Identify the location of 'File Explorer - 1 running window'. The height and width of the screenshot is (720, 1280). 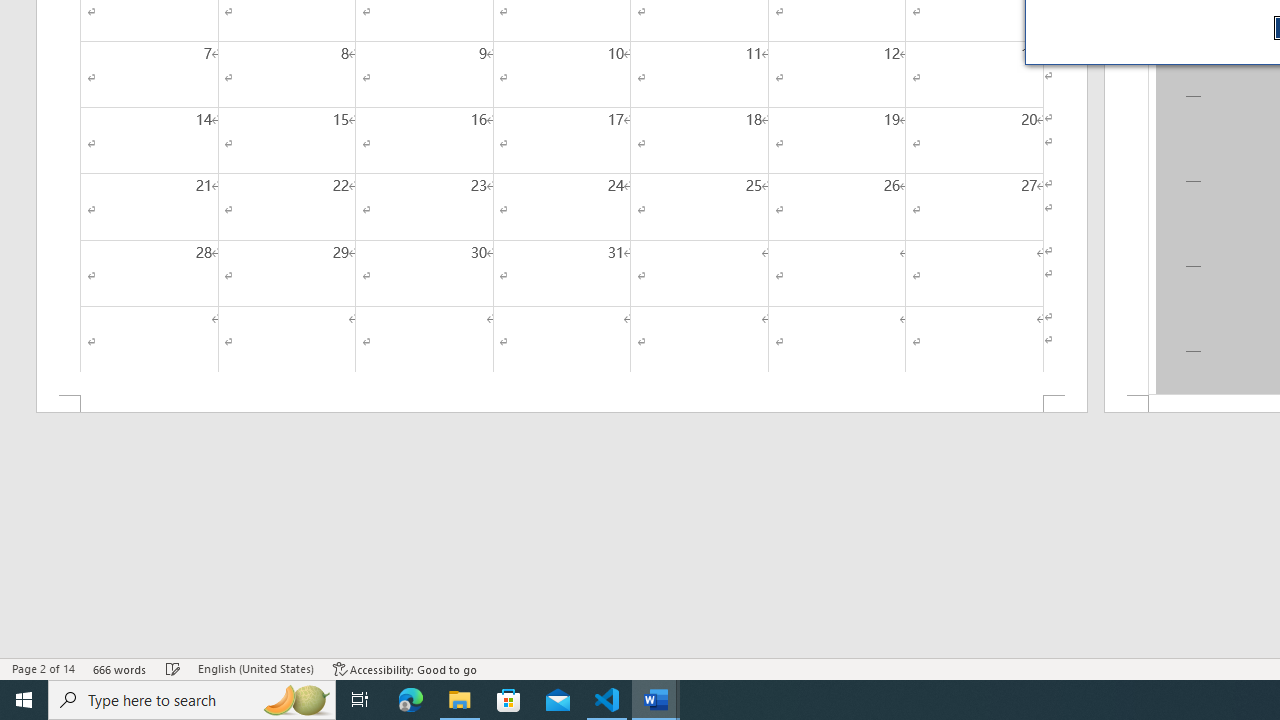
(459, 698).